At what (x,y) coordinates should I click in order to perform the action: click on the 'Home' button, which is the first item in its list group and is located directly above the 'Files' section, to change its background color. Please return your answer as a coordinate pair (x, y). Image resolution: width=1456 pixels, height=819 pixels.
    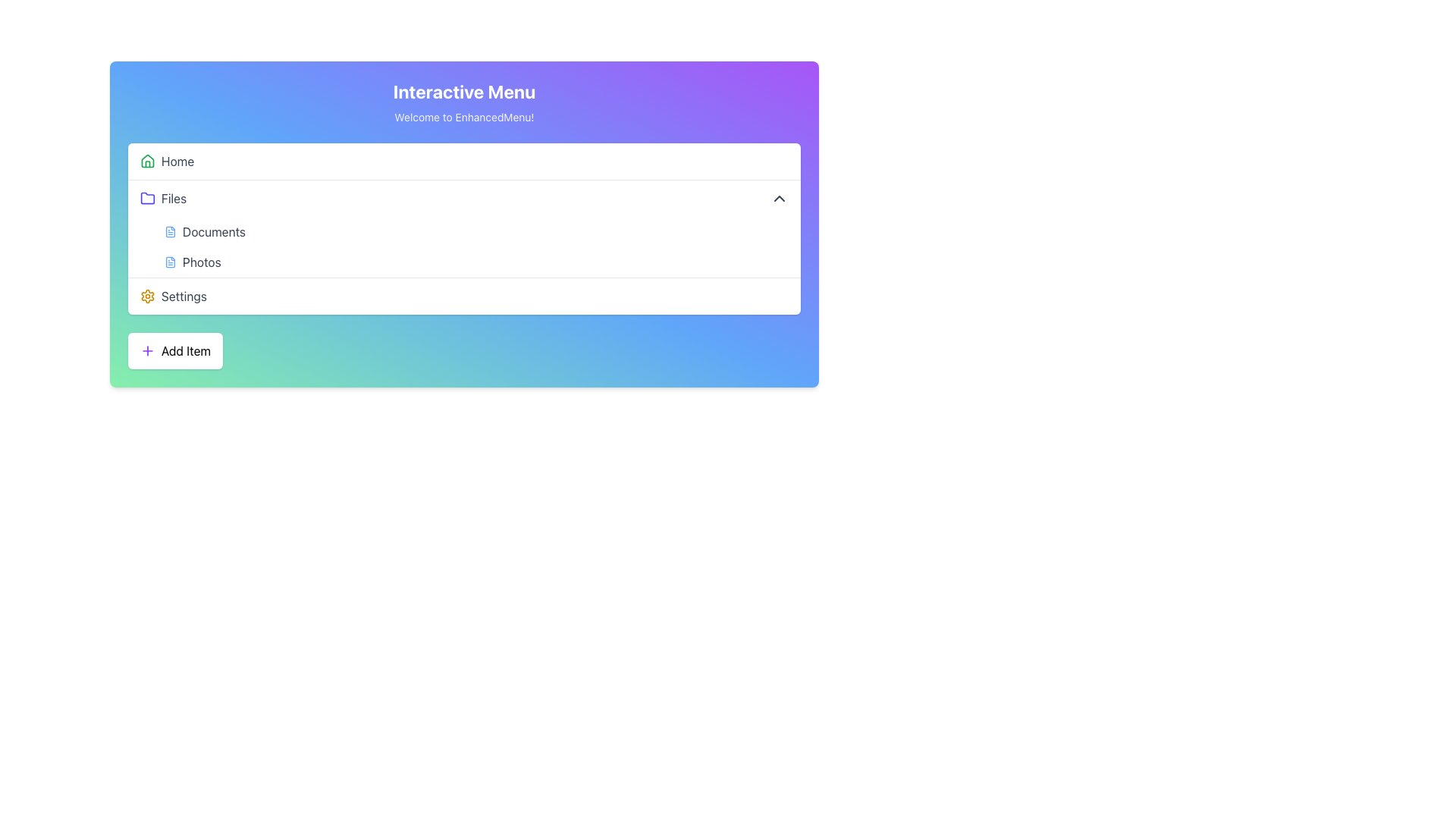
    Looking at the image, I should click on (463, 161).